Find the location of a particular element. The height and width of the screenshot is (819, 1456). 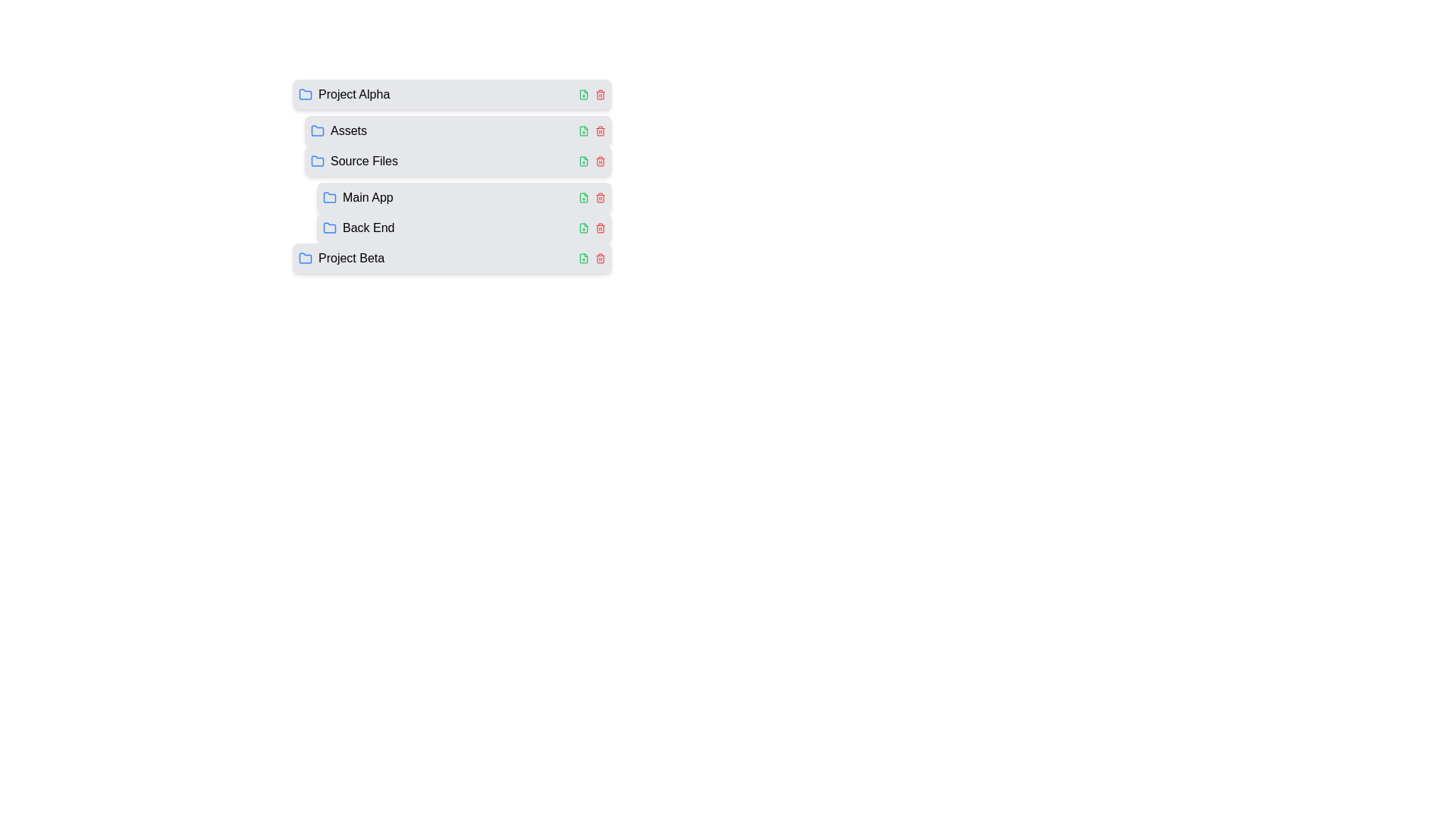

the green outlined file icon located to the right of the 'Back End' folder to interact with it is located at coordinates (582, 227).